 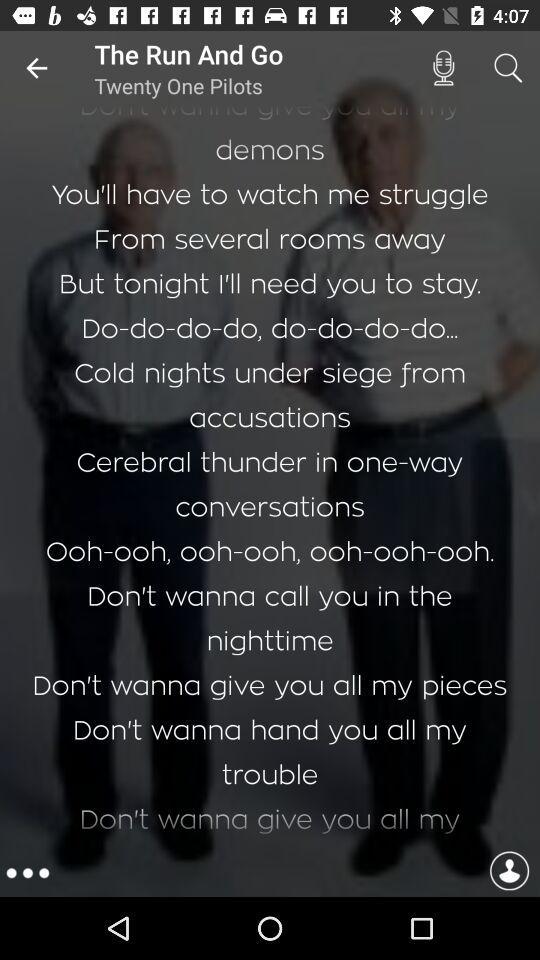 What do you see at coordinates (443, 68) in the screenshot?
I see `the icon next to the run and icon` at bounding box center [443, 68].